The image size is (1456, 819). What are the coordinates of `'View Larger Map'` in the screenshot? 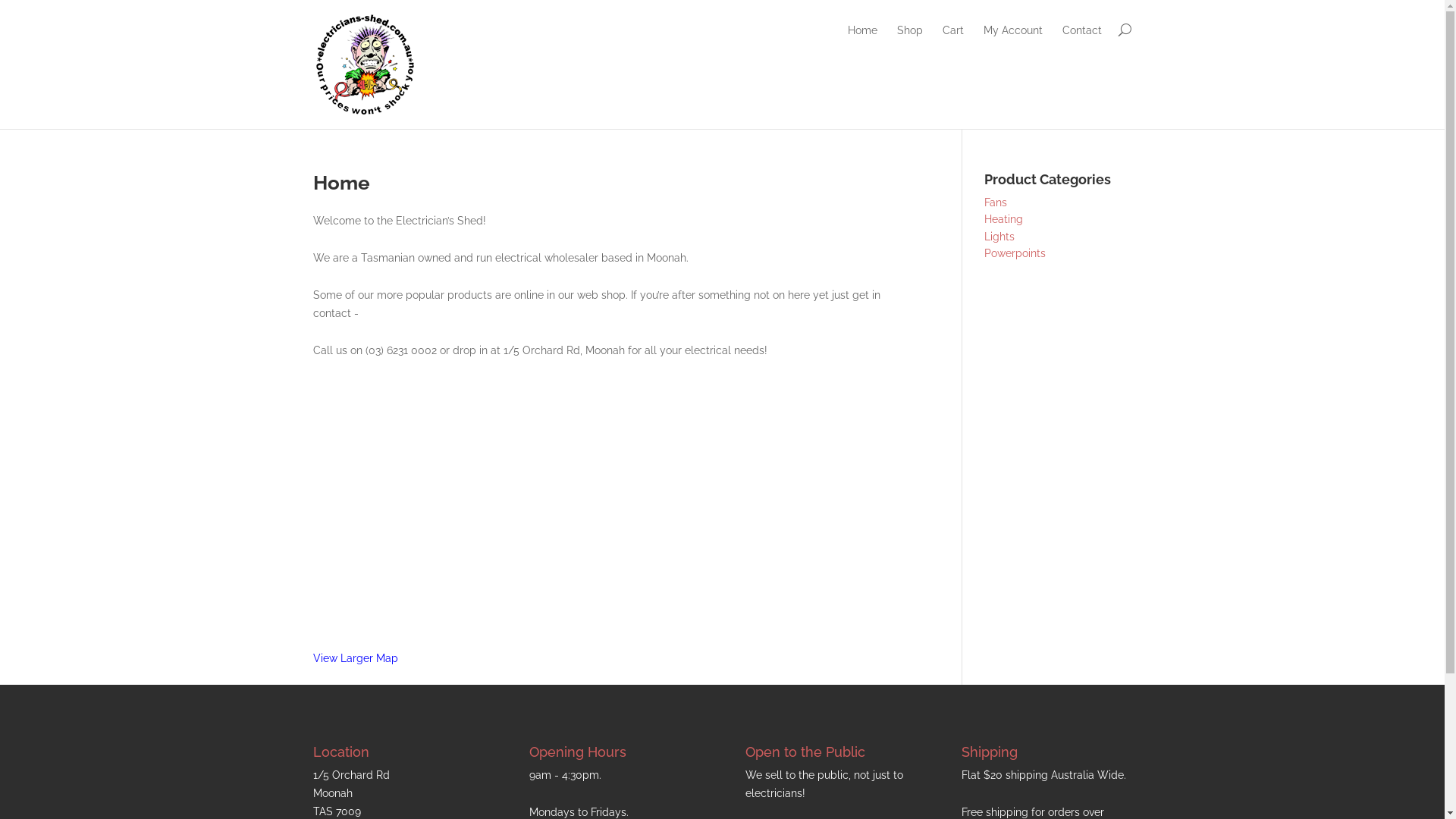 It's located at (353, 657).